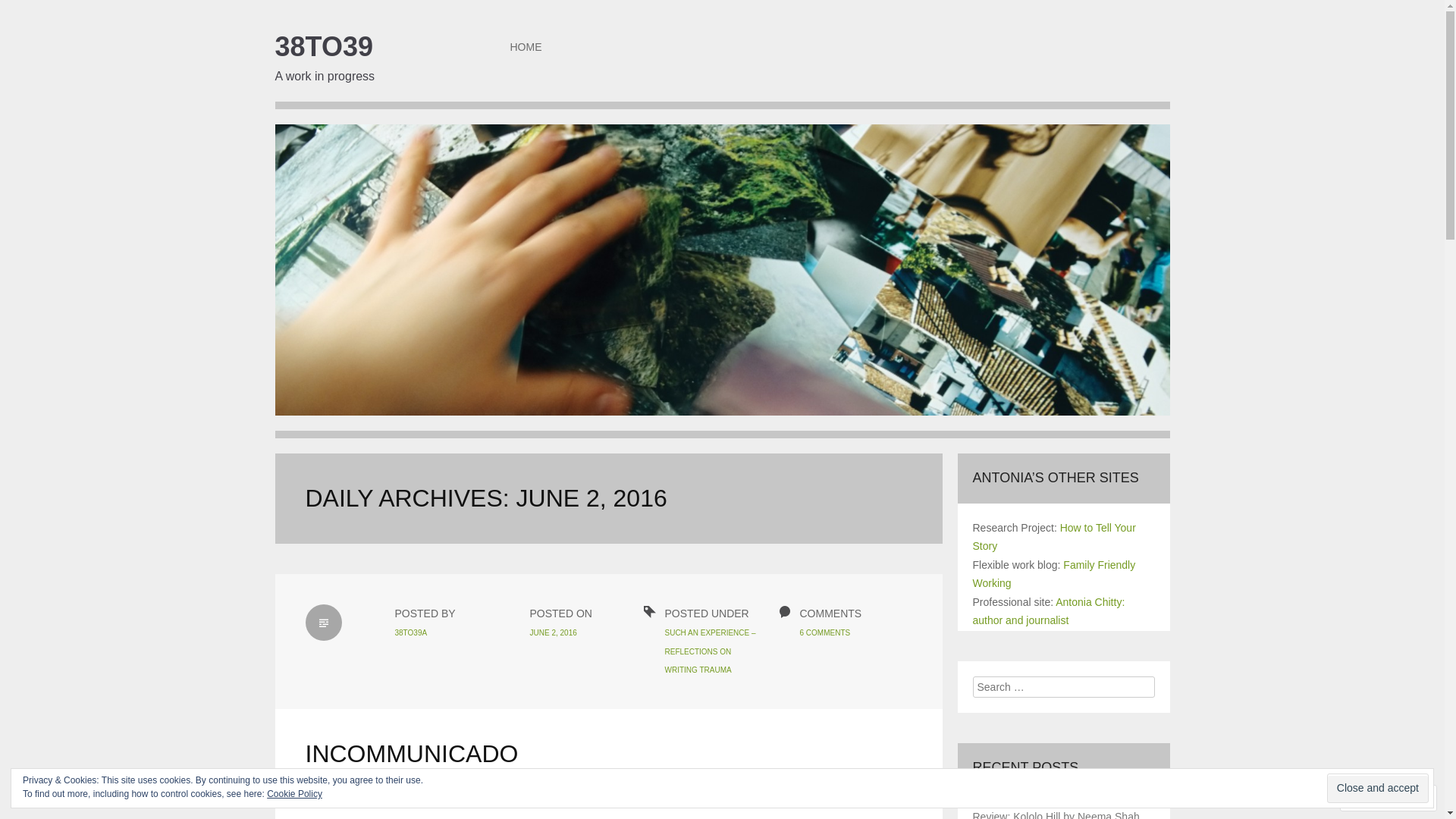 Image resolution: width=1456 pixels, height=819 pixels. What do you see at coordinates (294, 792) in the screenshot?
I see `'Cookie Policy'` at bounding box center [294, 792].